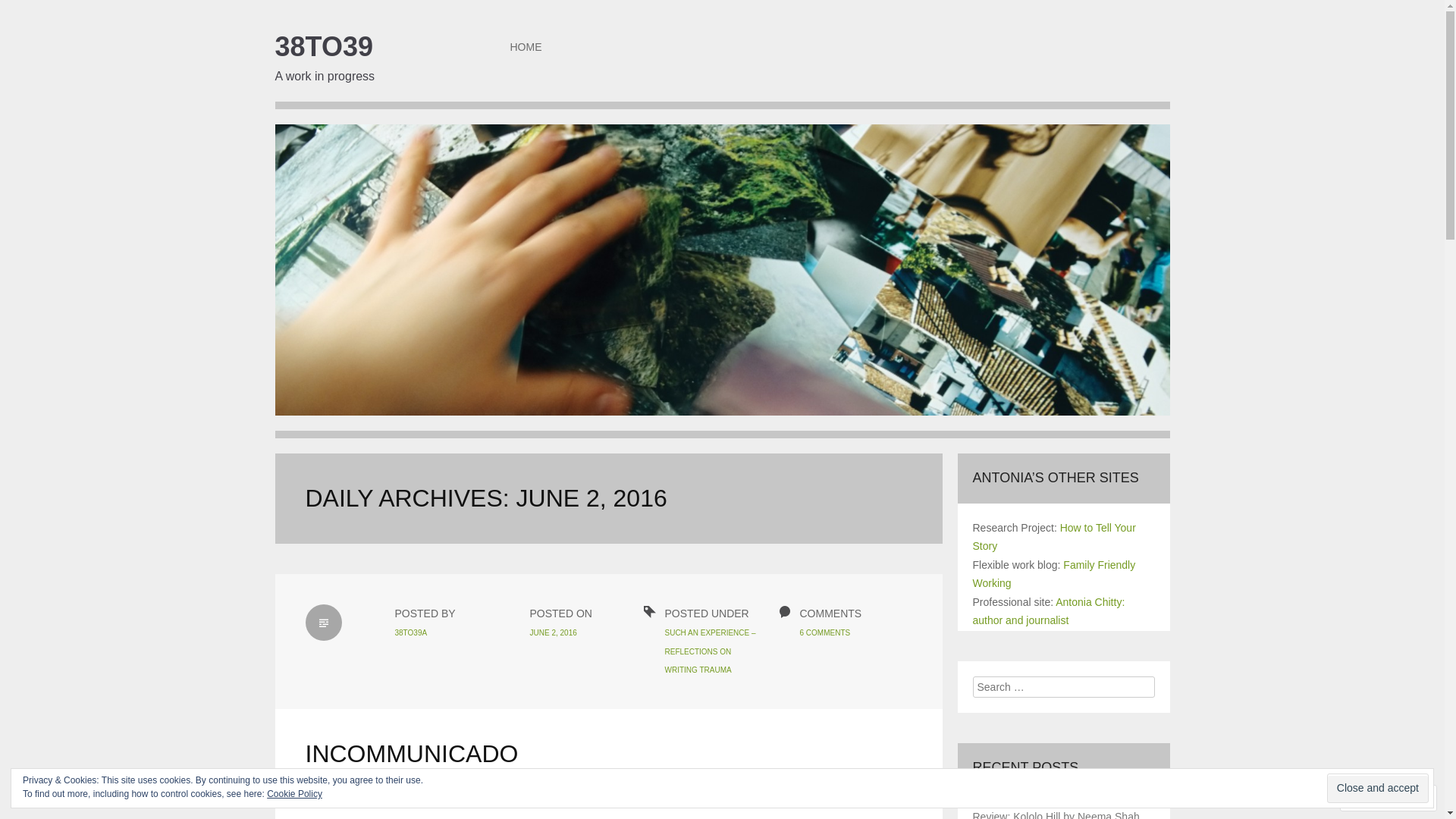 Image resolution: width=1456 pixels, height=819 pixels. What do you see at coordinates (294, 792) in the screenshot?
I see `'Cookie Policy'` at bounding box center [294, 792].